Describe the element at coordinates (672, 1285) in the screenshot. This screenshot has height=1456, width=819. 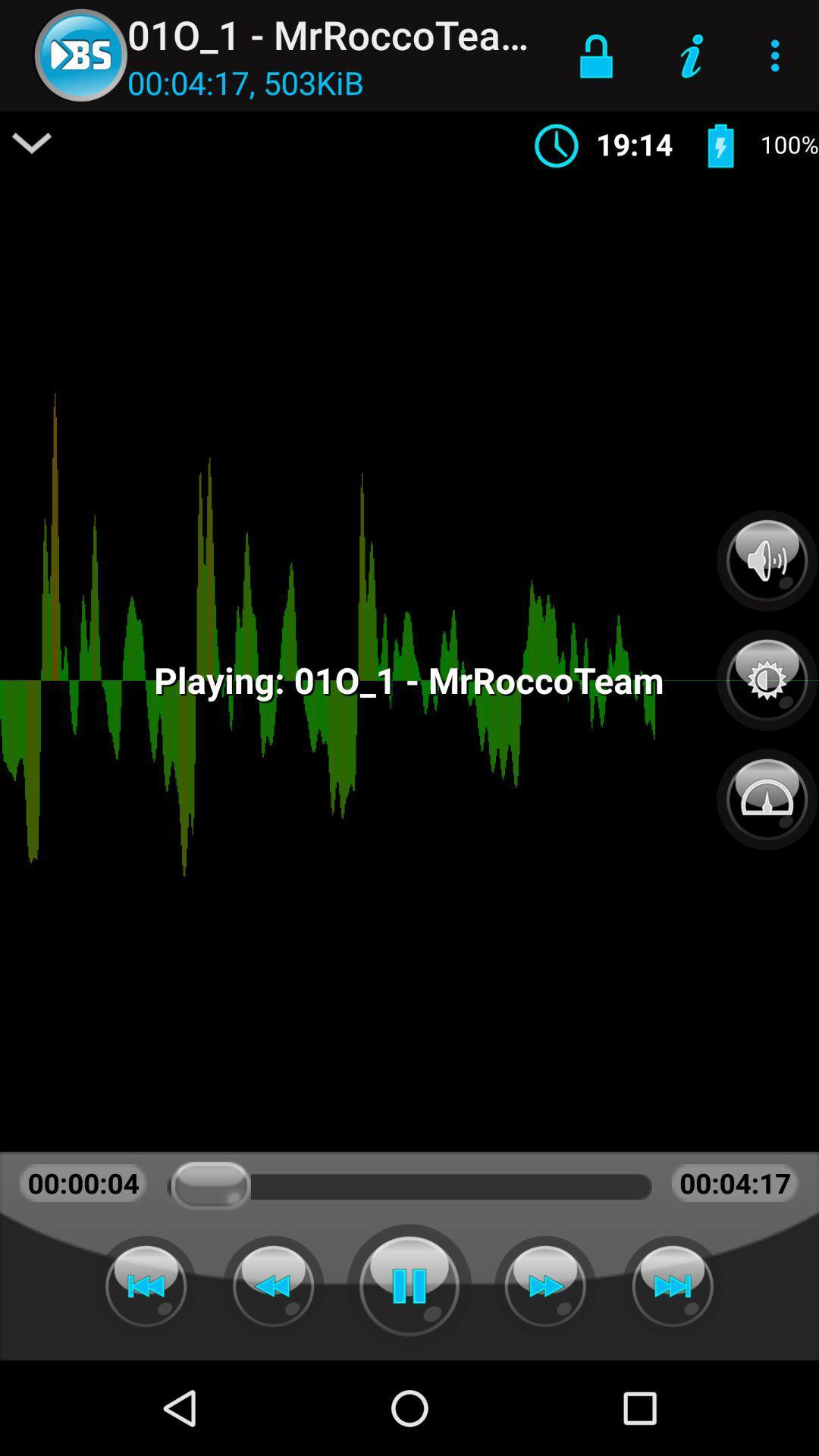
I see `forward the music` at that location.